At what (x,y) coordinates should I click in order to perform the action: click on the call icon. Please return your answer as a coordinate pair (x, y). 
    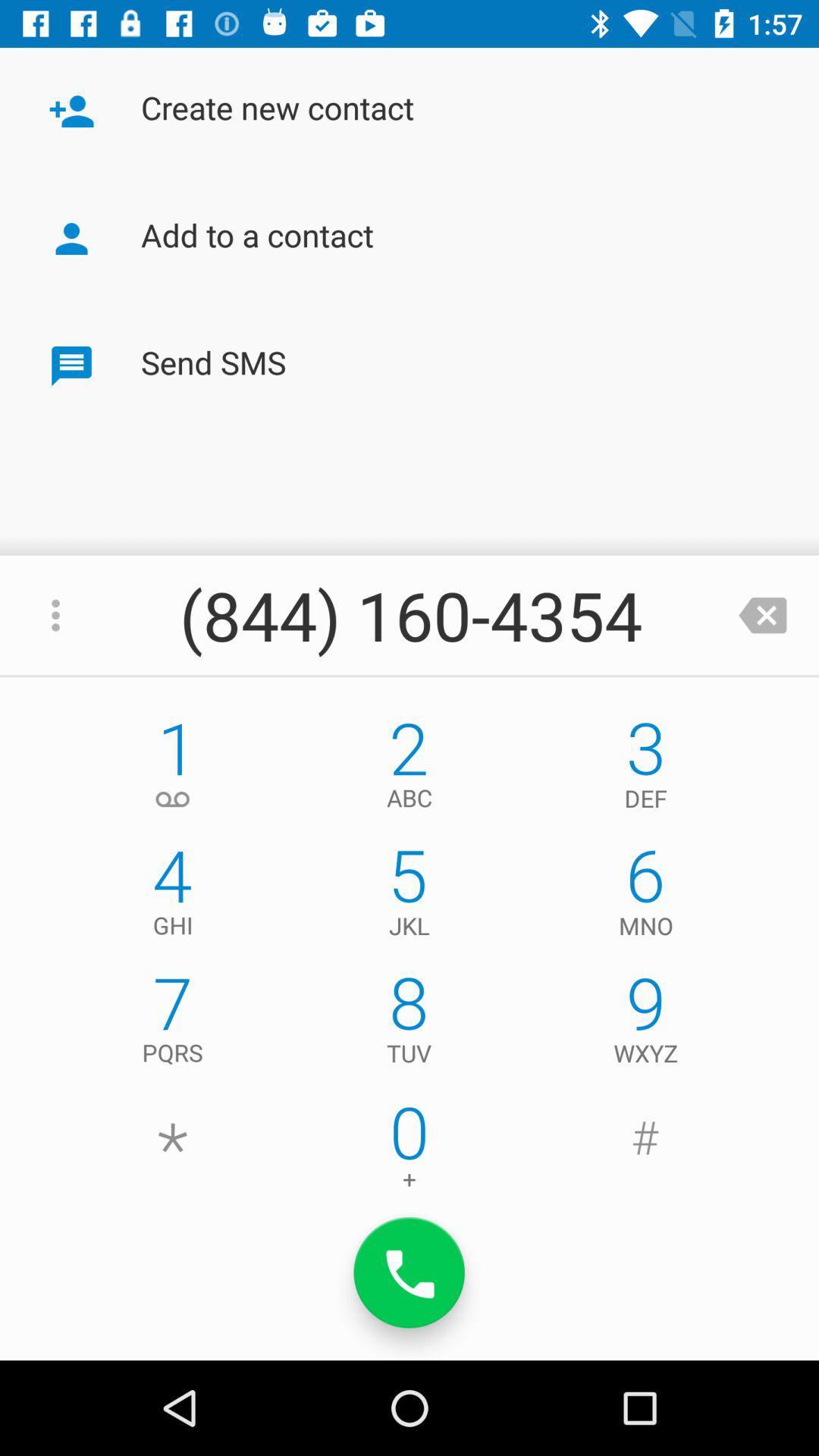
    Looking at the image, I should click on (409, 1272).